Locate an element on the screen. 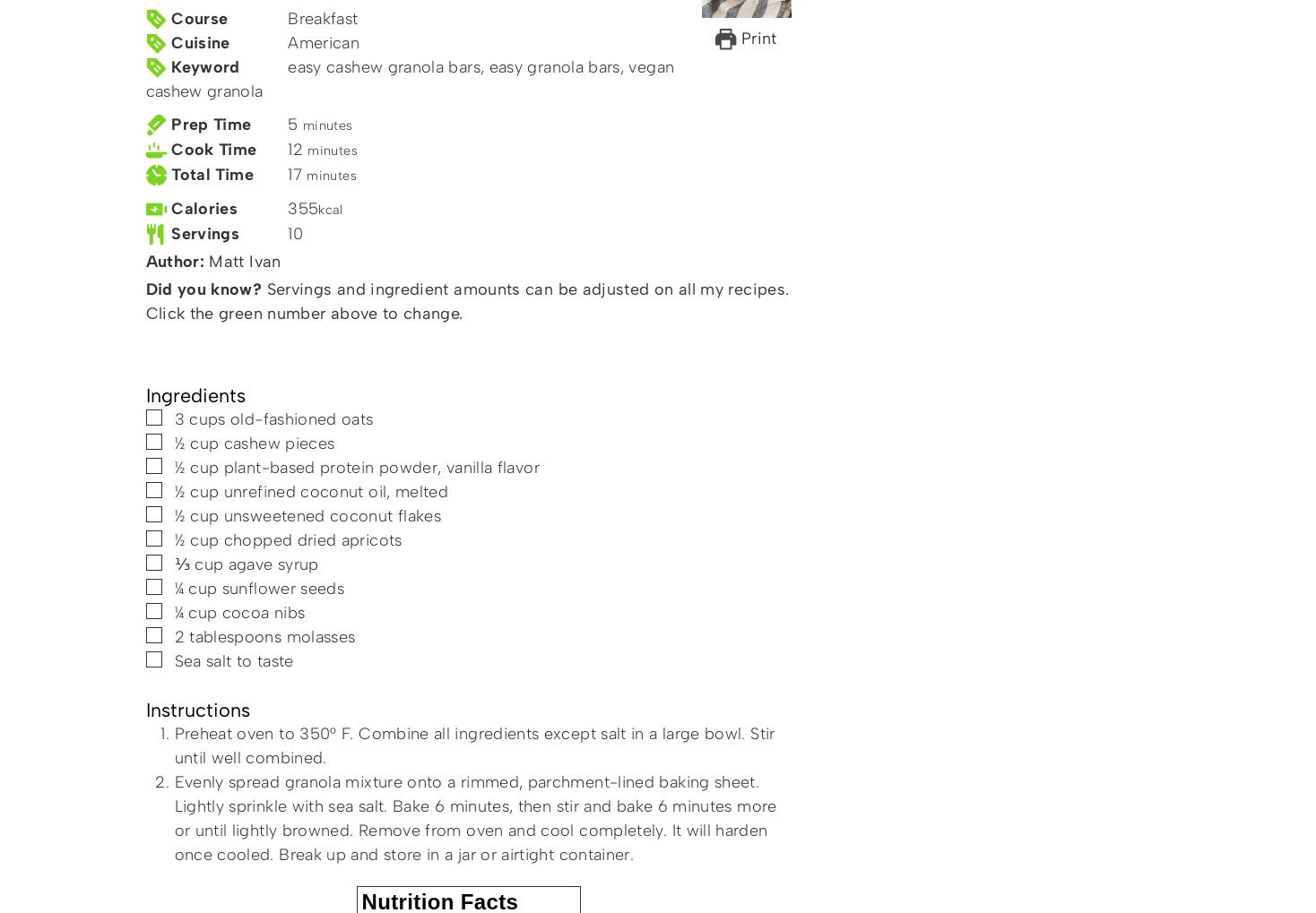 The width and height of the screenshot is (1316, 913). 'Calories' is located at coordinates (203, 209).